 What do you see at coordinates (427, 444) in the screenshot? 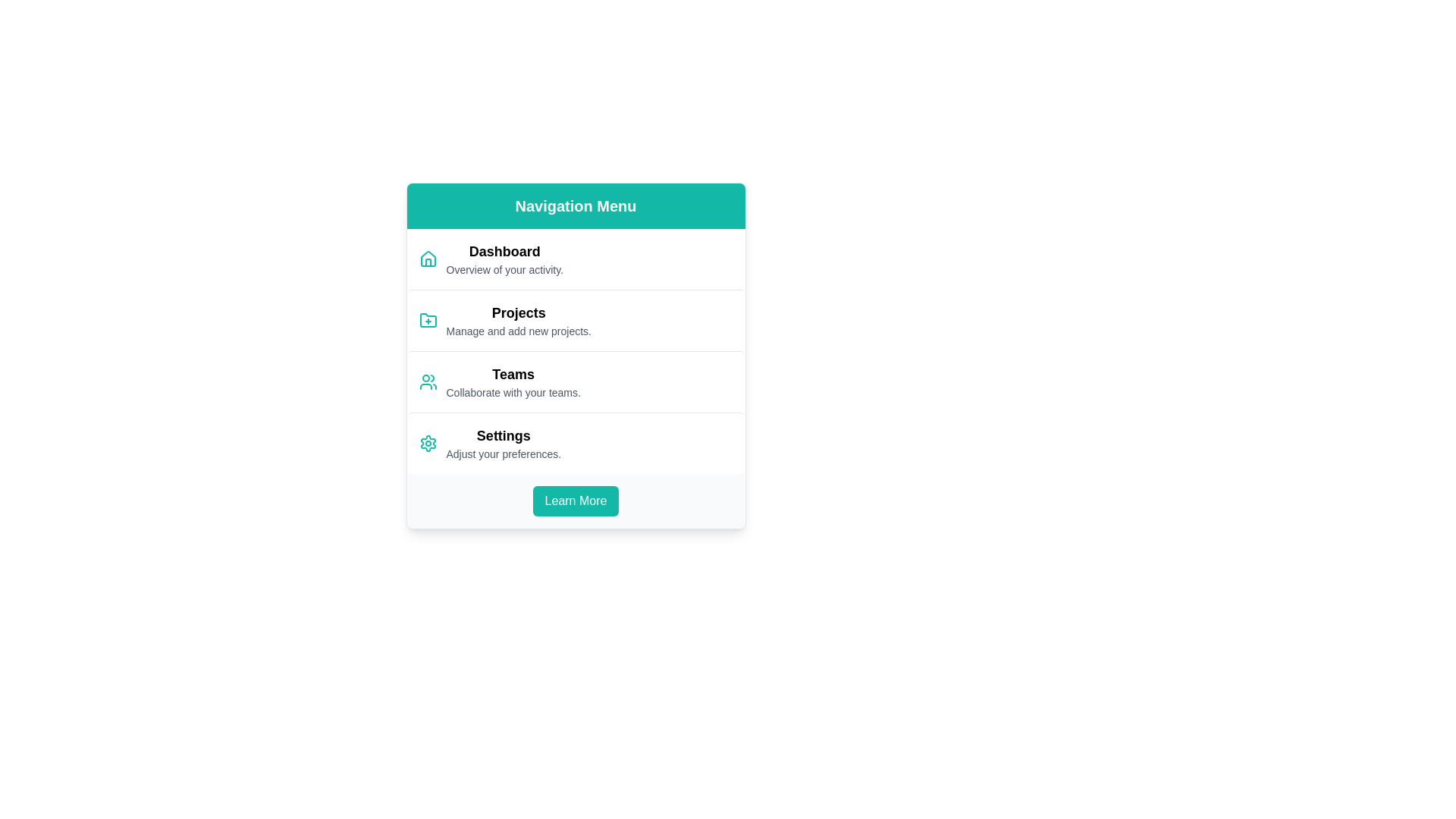
I see `the gear icon representing the settings in the bottom section of the 'Settings' menu` at bounding box center [427, 444].